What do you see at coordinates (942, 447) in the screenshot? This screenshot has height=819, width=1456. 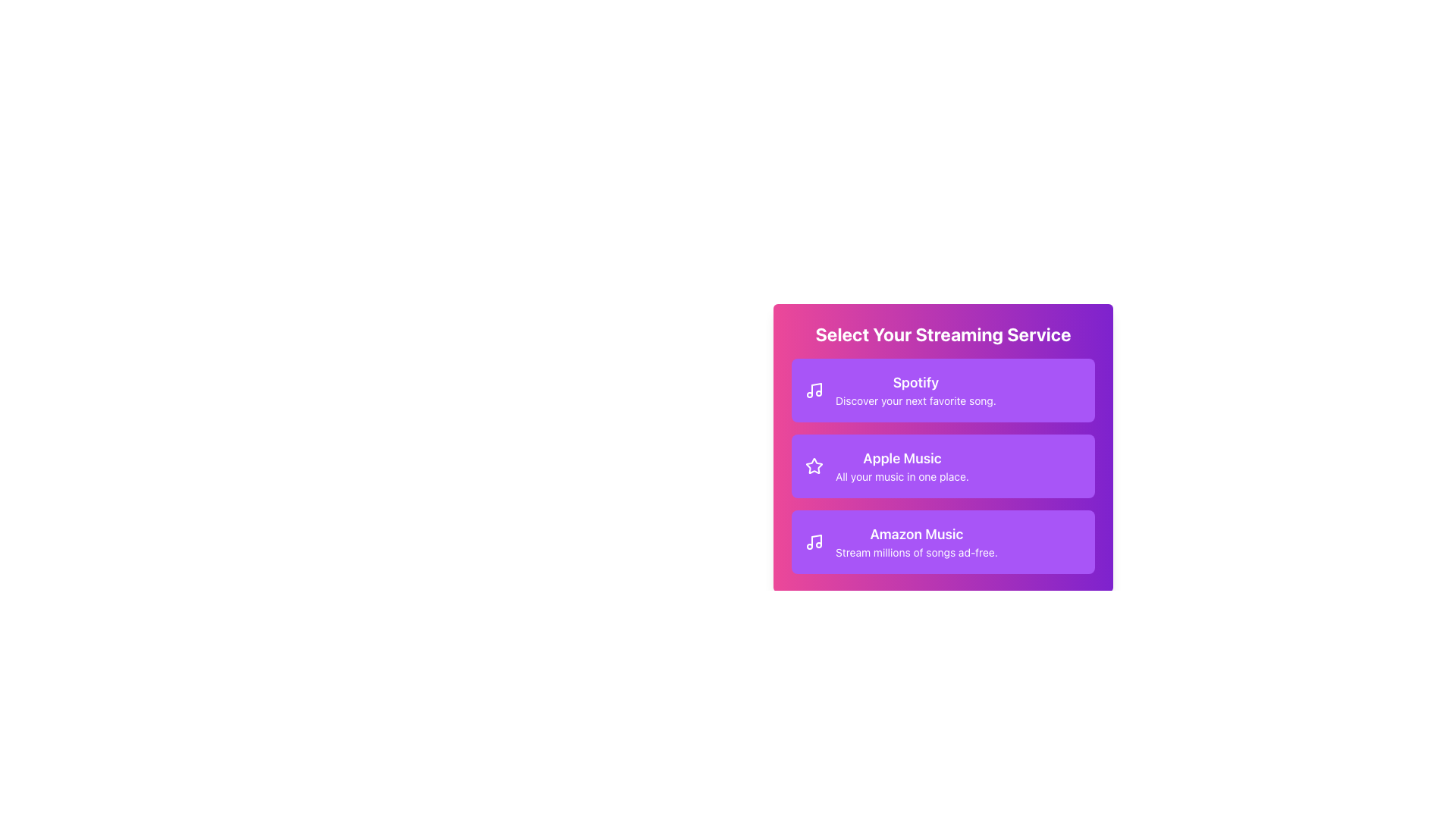 I see `the second option of the Interactive Button titled 'Select Your Streaming Service', which is positioned between 'Spotify' and 'Amazon Music'` at bounding box center [942, 447].